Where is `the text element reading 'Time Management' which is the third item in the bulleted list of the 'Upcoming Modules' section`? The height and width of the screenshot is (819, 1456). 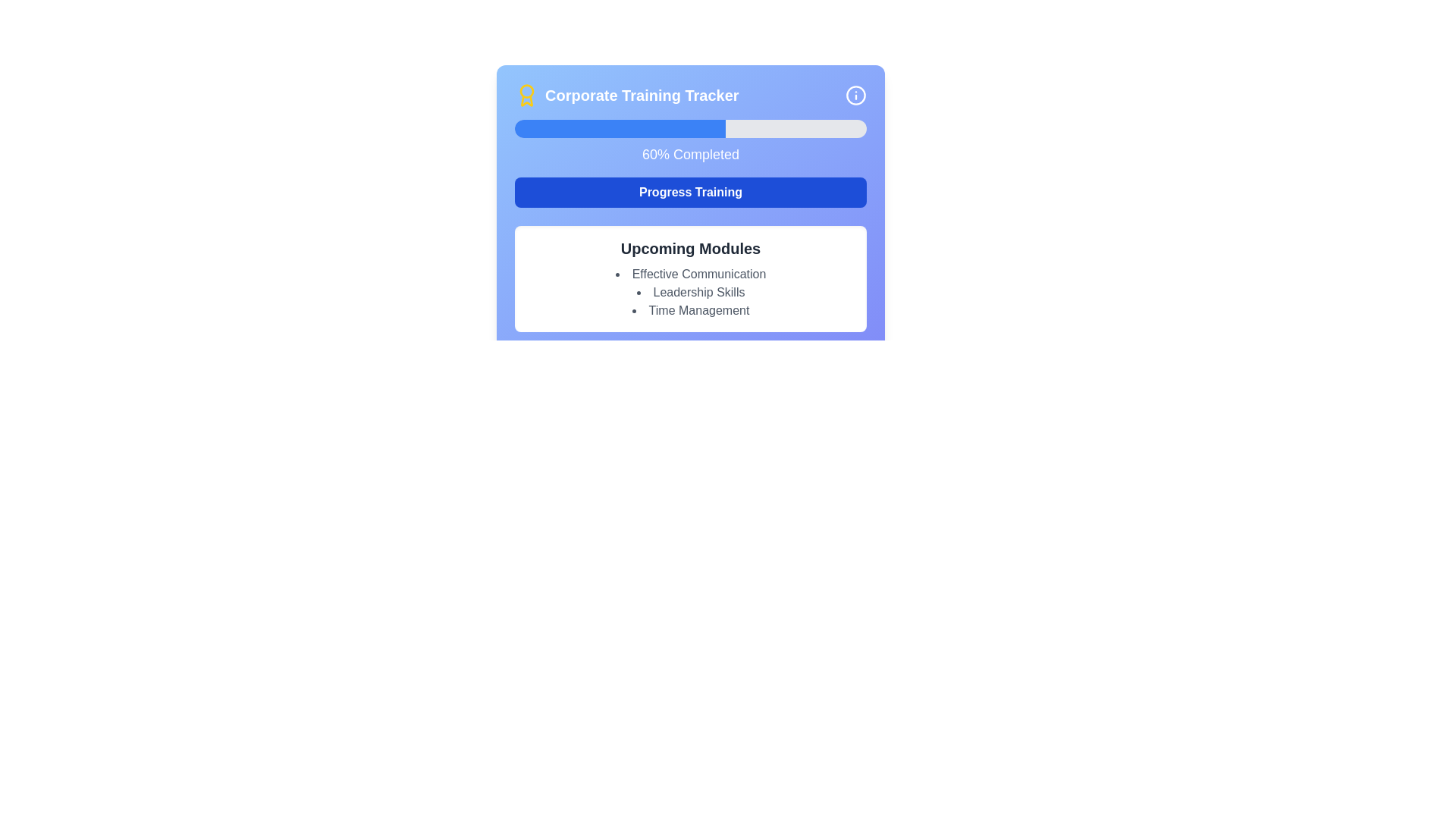
the text element reading 'Time Management' which is the third item in the bulleted list of the 'Upcoming Modules' section is located at coordinates (690, 309).